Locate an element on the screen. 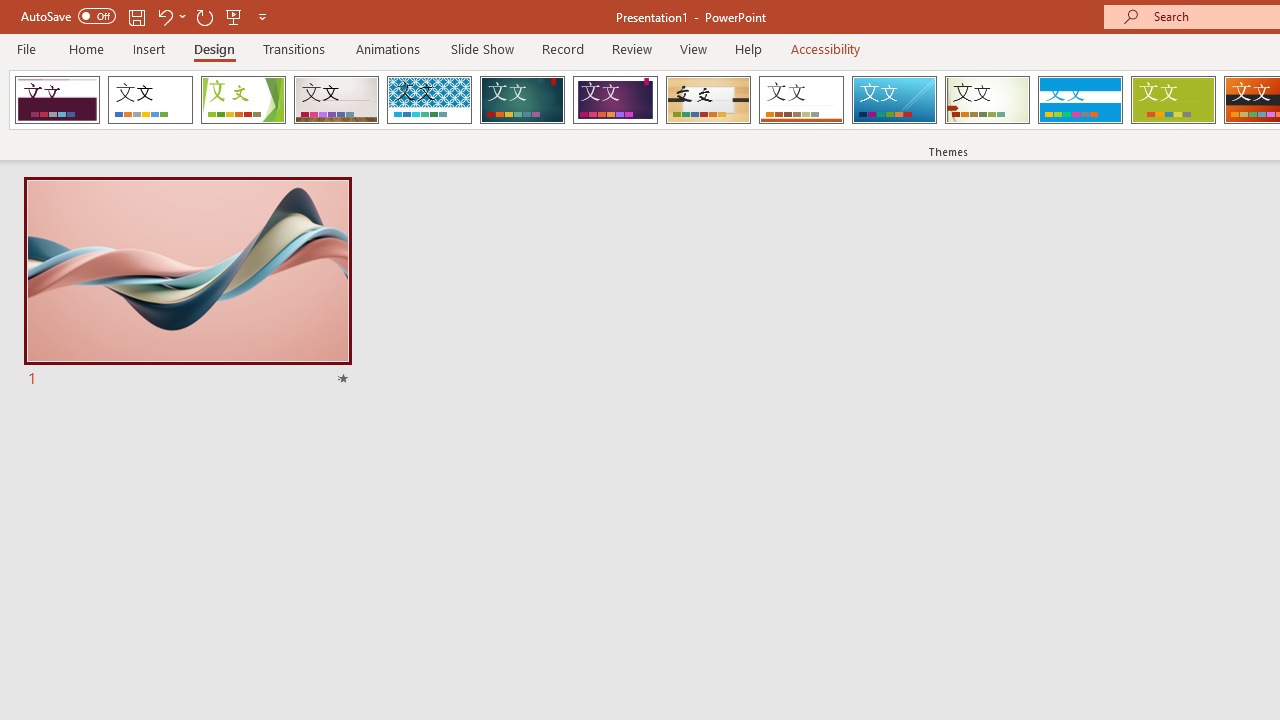 This screenshot has height=720, width=1280. 'Slice' is located at coordinates (893, 100).